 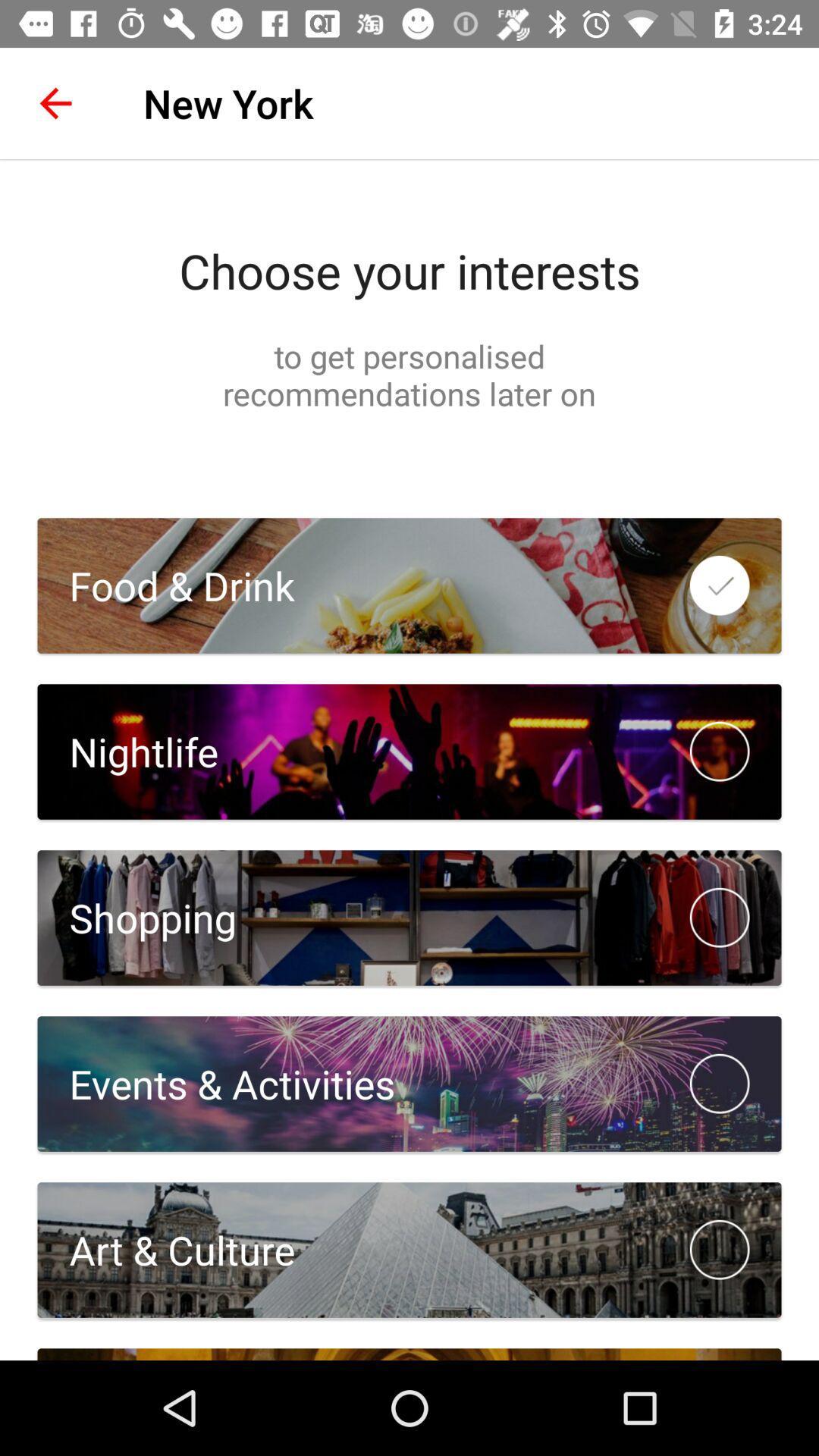 I want to click on the last image in the page, so click(x=409, y=1250).